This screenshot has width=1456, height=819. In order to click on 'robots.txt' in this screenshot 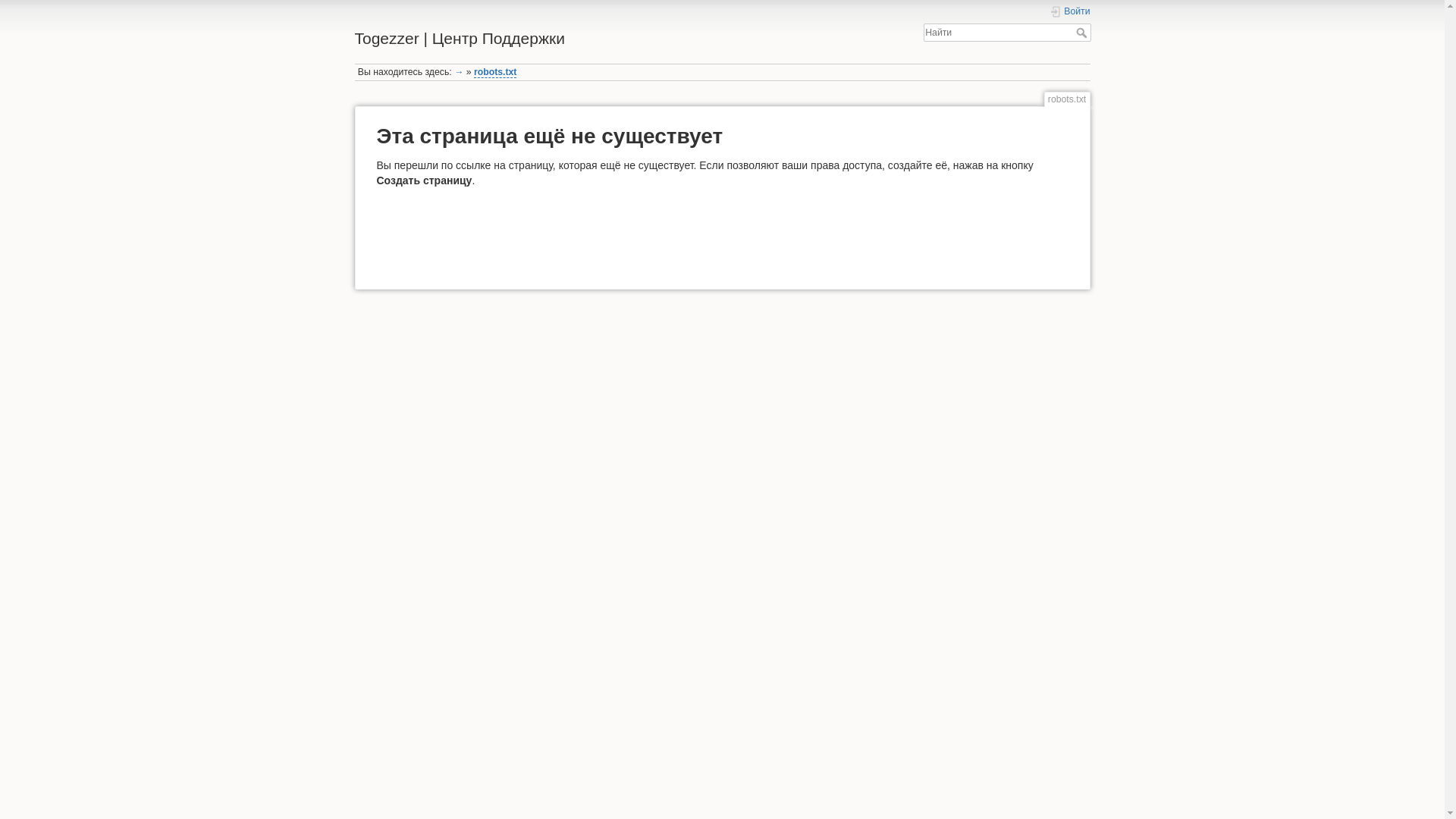, I will do `click(494, 72)`.